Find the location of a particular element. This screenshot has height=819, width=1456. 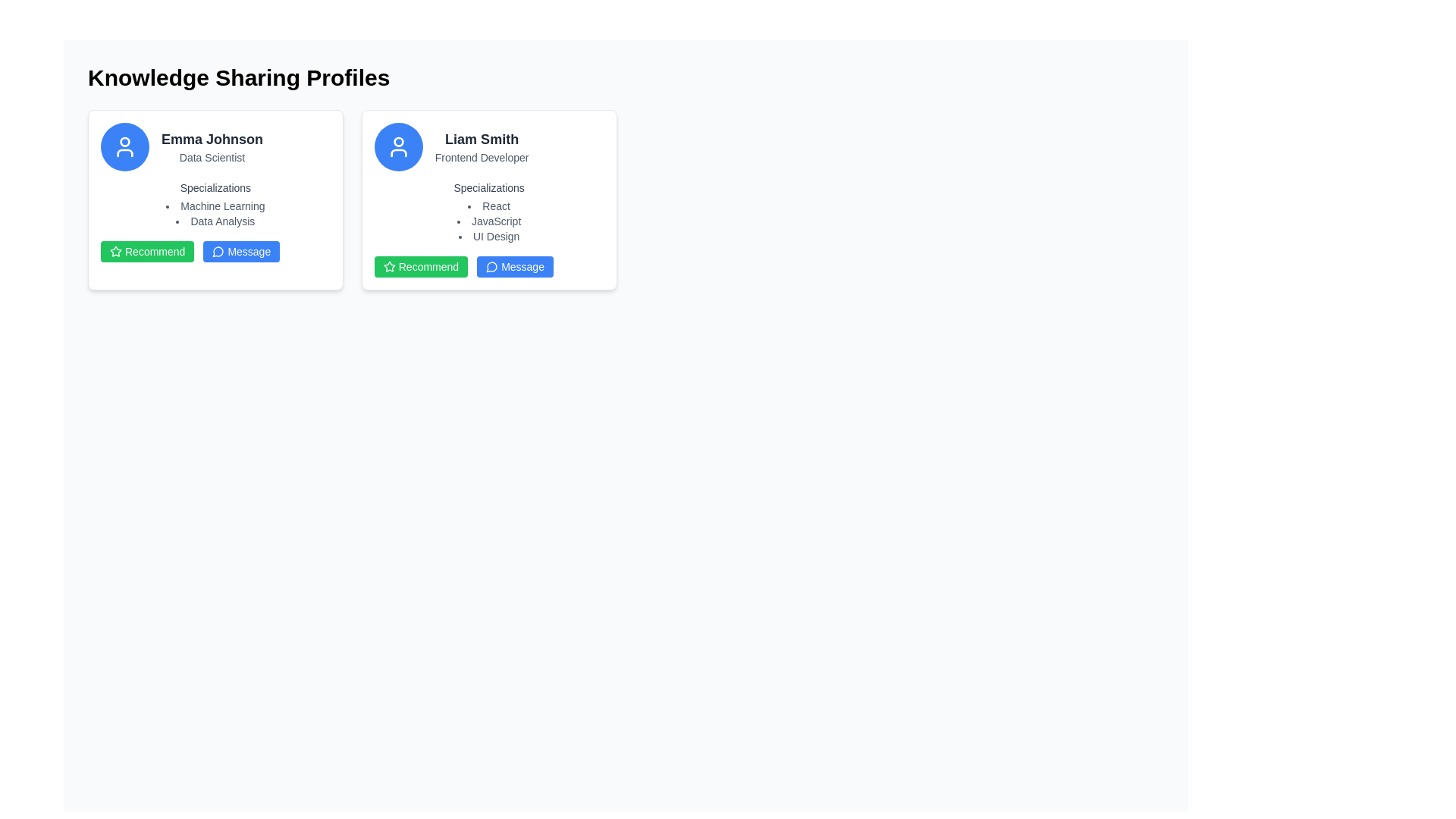

the profile icon represented by the uppermost Circle component of the user account SVG for Emma Johnson is located at coordinates (124, 141).